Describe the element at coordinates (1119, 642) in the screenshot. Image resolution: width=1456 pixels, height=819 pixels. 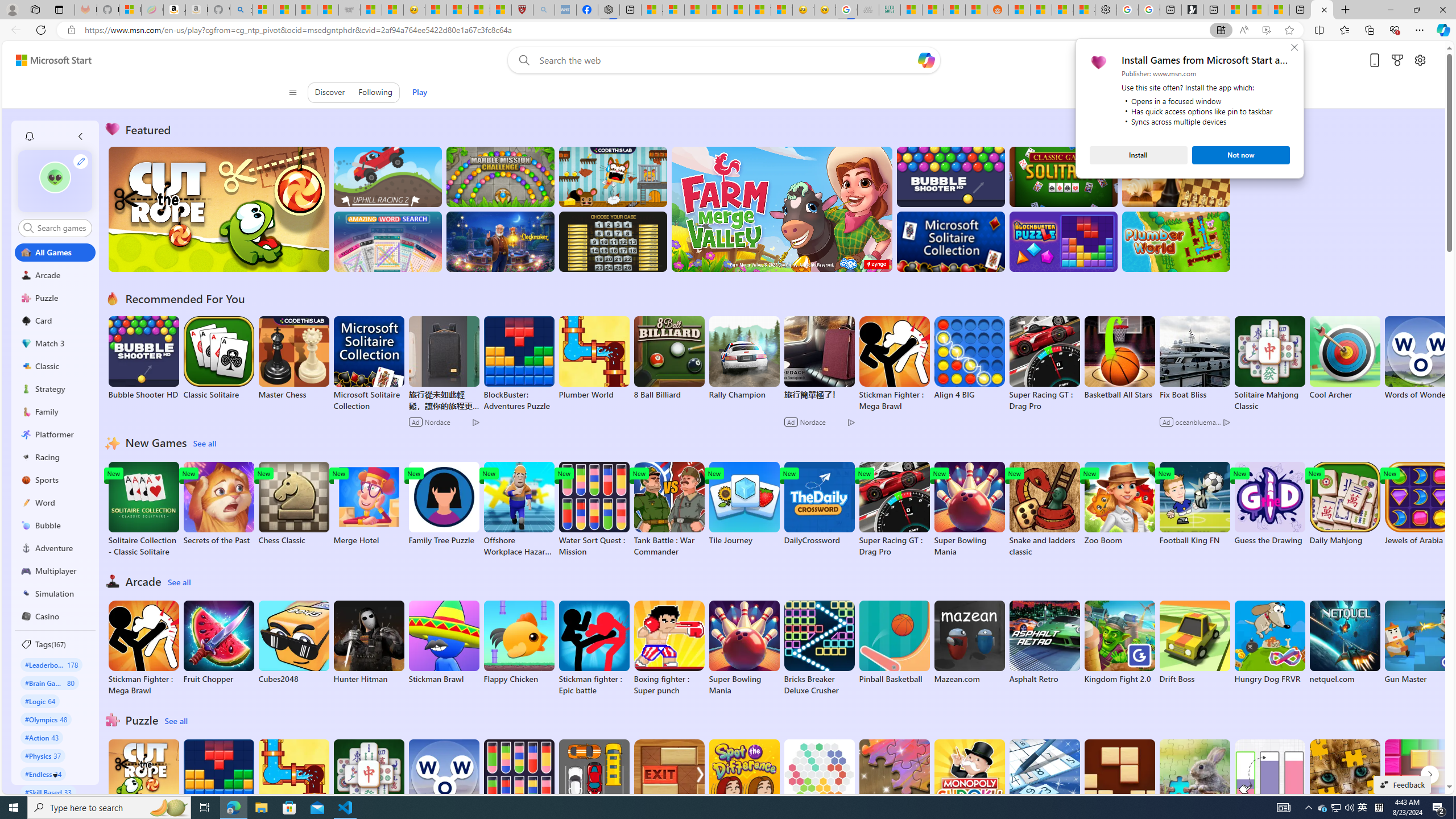
I see `'Kingdom Fight 2.0'` at that location.